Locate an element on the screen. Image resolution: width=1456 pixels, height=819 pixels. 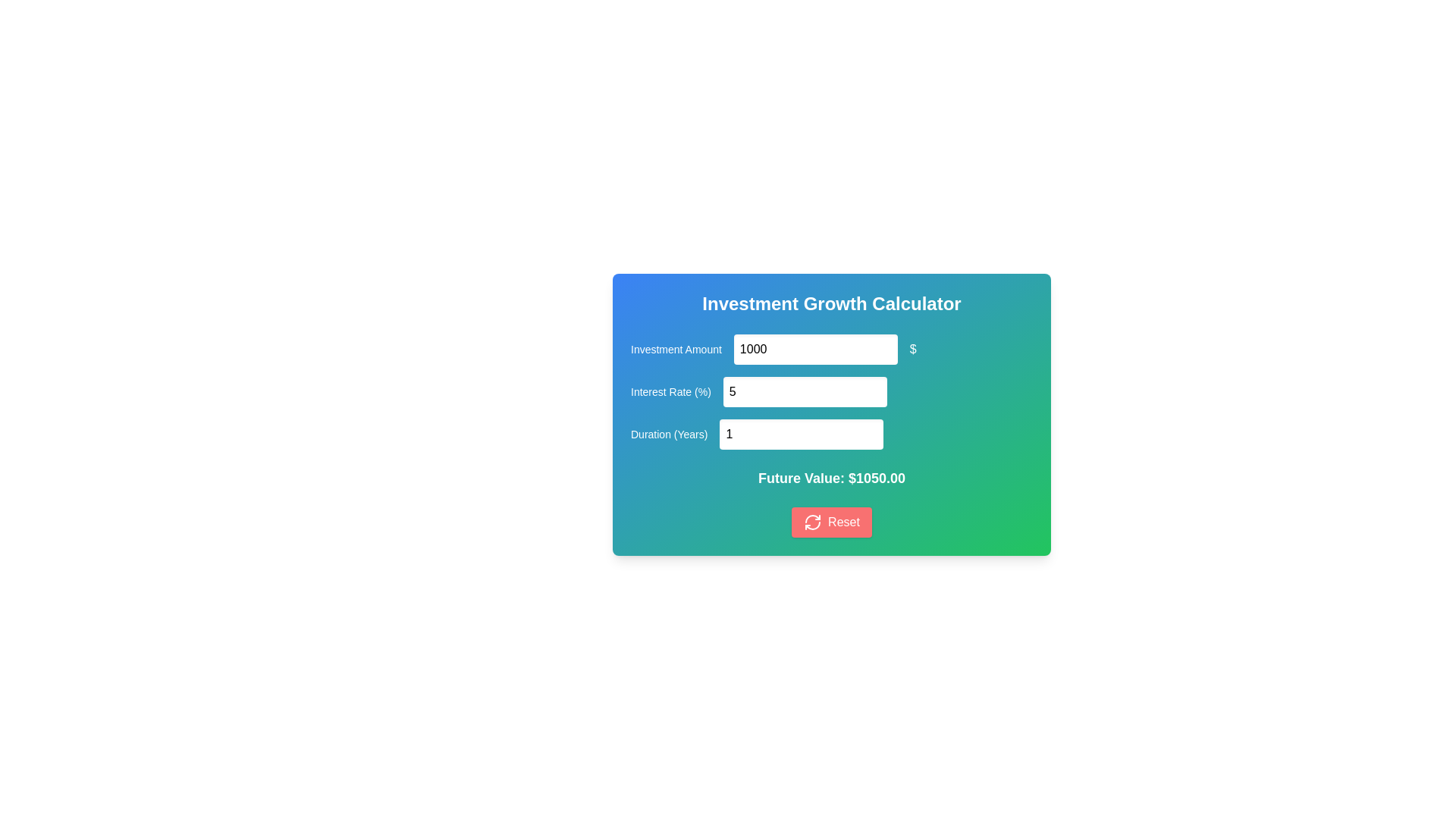
the input fields of the Interactive calculator interface for entering data, located below the title 'Investment Growth Calculator' is located at coordinates (831, 415).